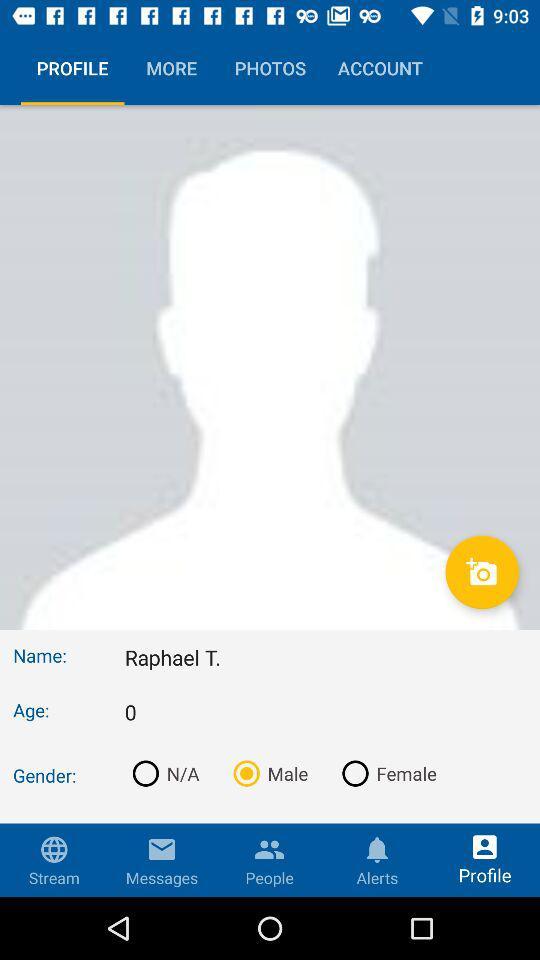 The height and width of the screenshot is (960, 540). Describe the element at coordinates (161, 772) in the screenshot. I see `item below 0` at that location.